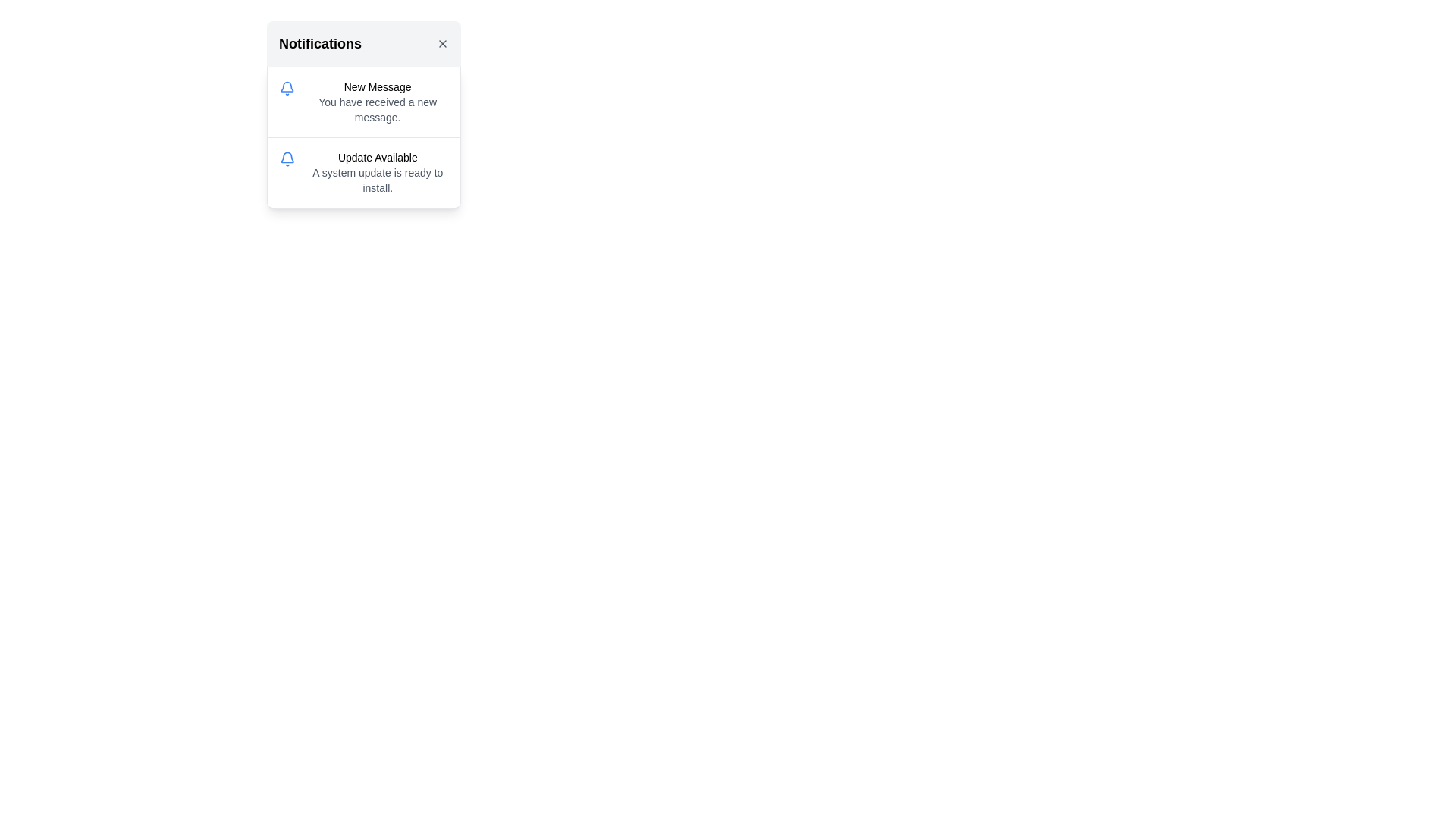 This screenshot has height=819, width=1456. Describe the element at coordinates (378, 171) in the screenshot. I see `the text block that displays the title 'Update Available' and the descriptive text 'A system update is ready to install.' located in the second notification block of the notification dropdown` at that location.